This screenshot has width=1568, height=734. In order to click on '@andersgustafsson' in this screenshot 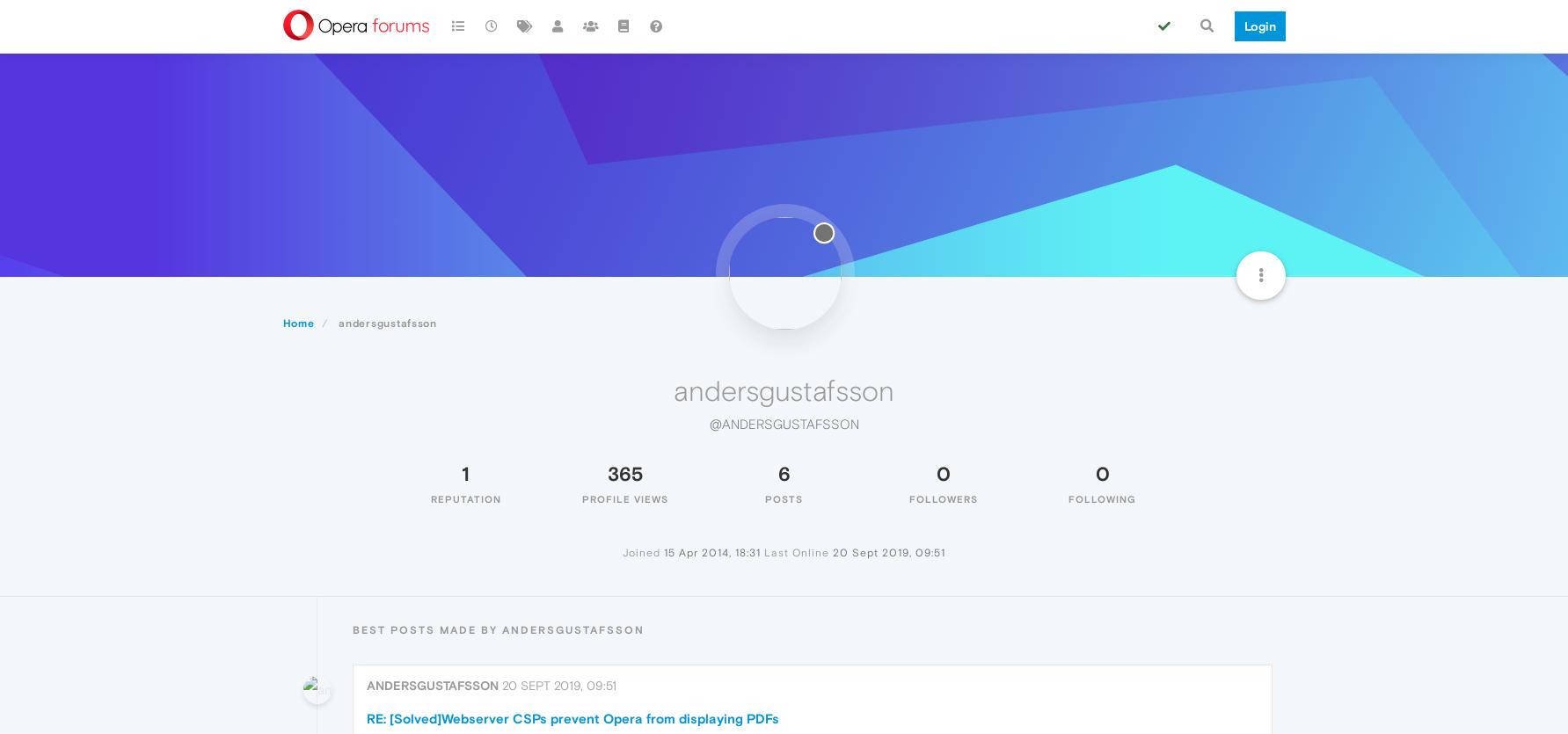, I will do `click(783, 423)`.